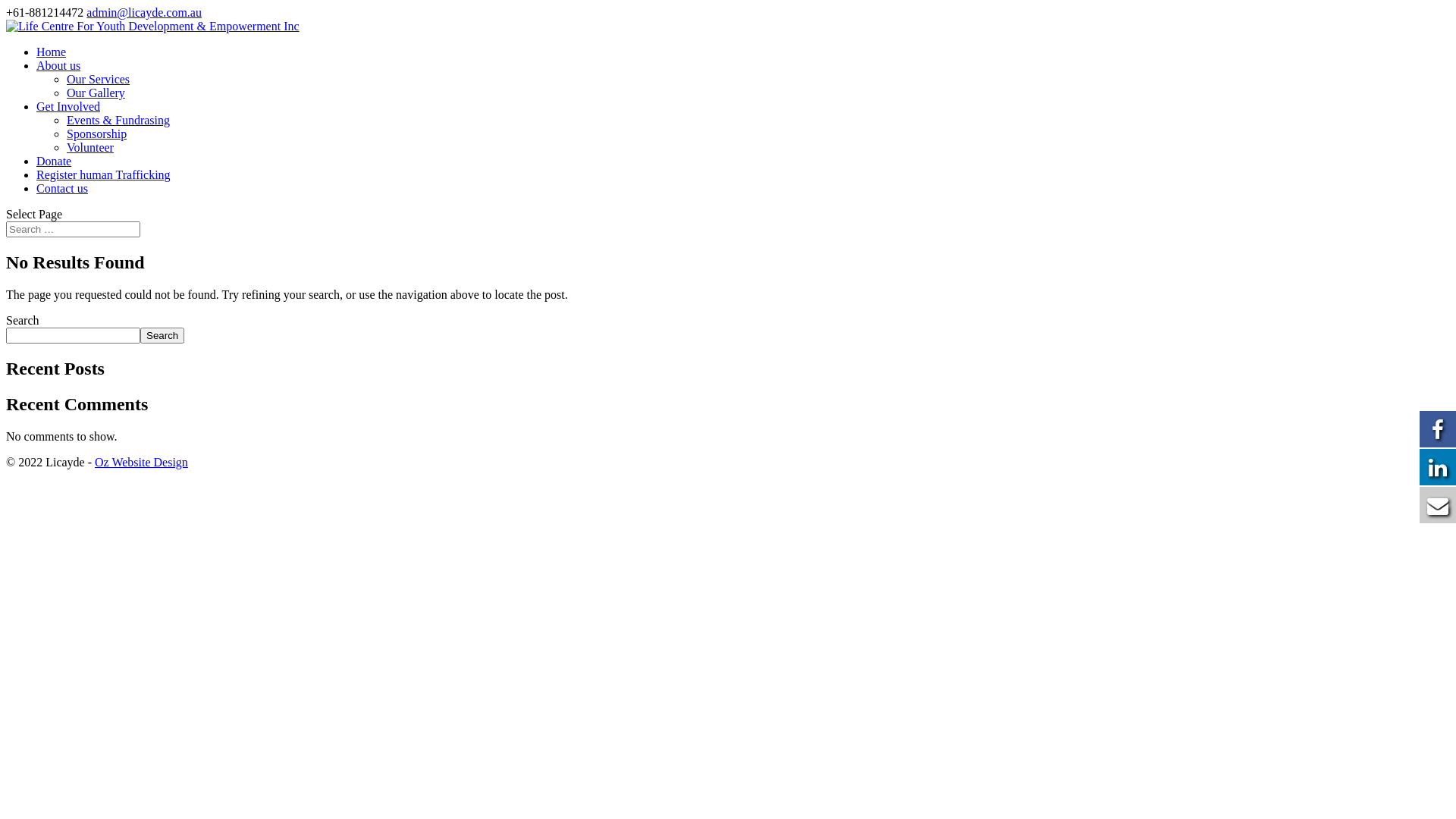  I want to click on 'Our Gallery', so click(95, 93).